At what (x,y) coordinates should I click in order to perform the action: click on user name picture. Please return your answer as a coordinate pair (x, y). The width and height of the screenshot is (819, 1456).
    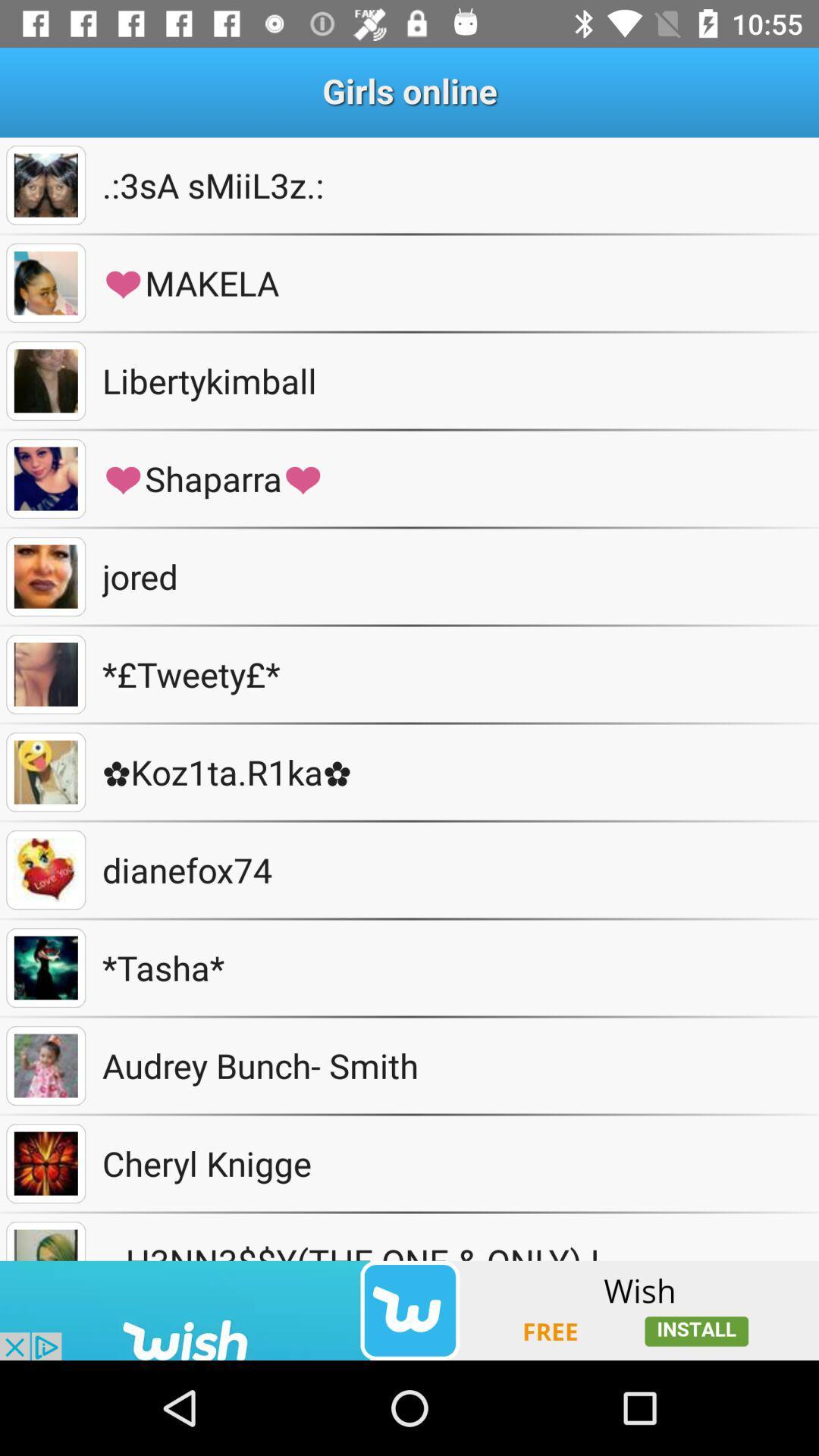
    Looking at the image, I should click on (45, 673).